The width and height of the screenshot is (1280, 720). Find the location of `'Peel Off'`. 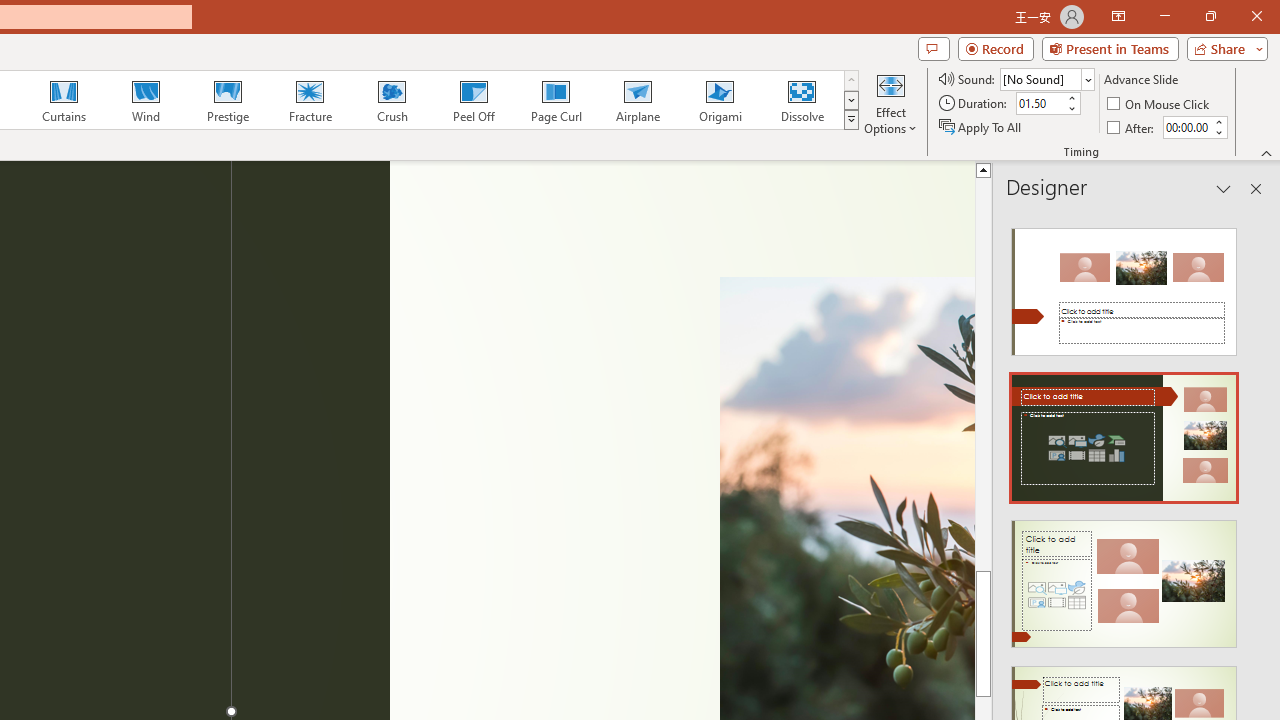

'Peel Off' is located at coordinates (472, 100).